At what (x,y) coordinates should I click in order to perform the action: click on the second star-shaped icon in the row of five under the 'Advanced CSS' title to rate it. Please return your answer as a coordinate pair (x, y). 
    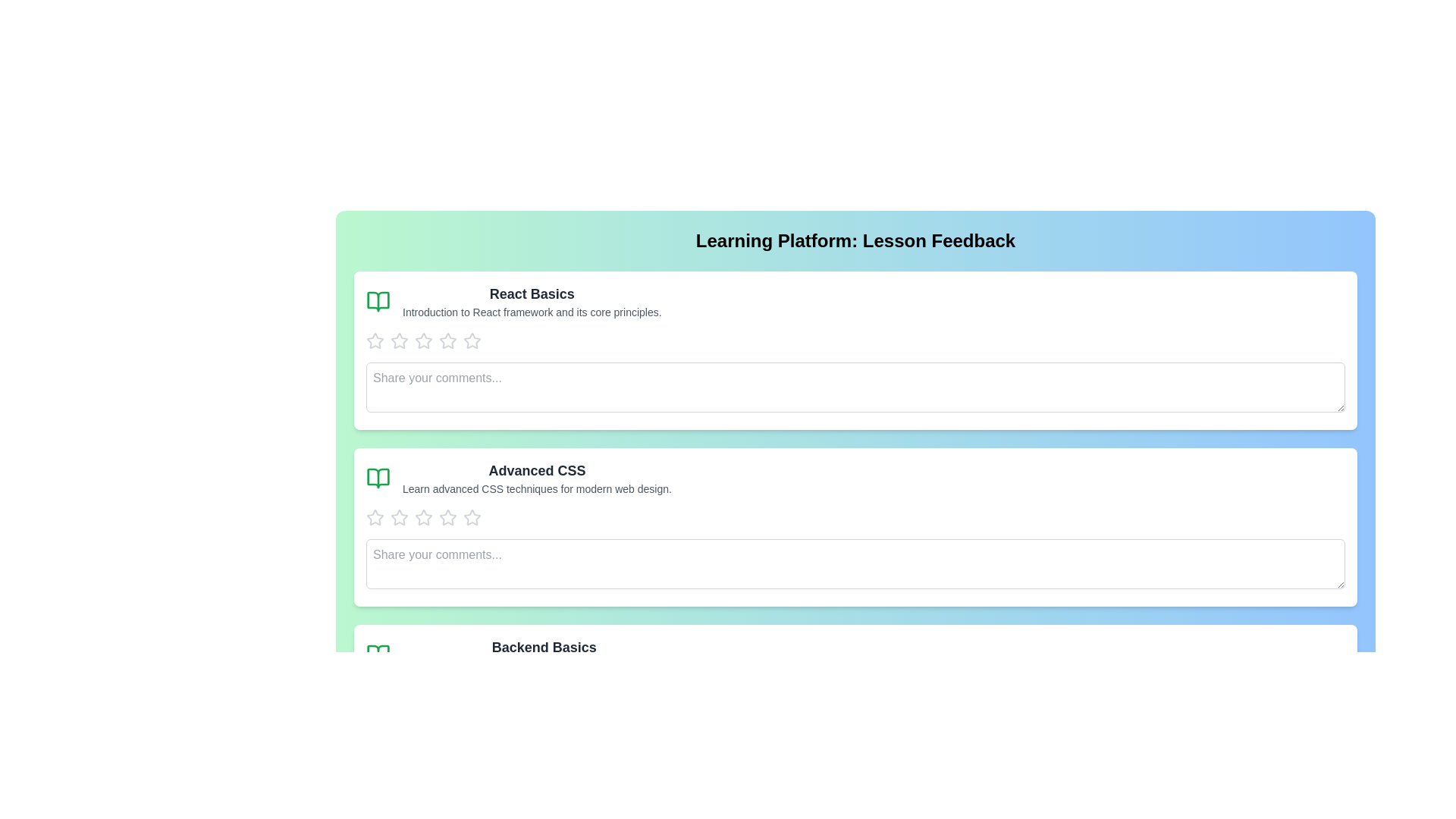
    Looking at the image, I should click on (423, 516).